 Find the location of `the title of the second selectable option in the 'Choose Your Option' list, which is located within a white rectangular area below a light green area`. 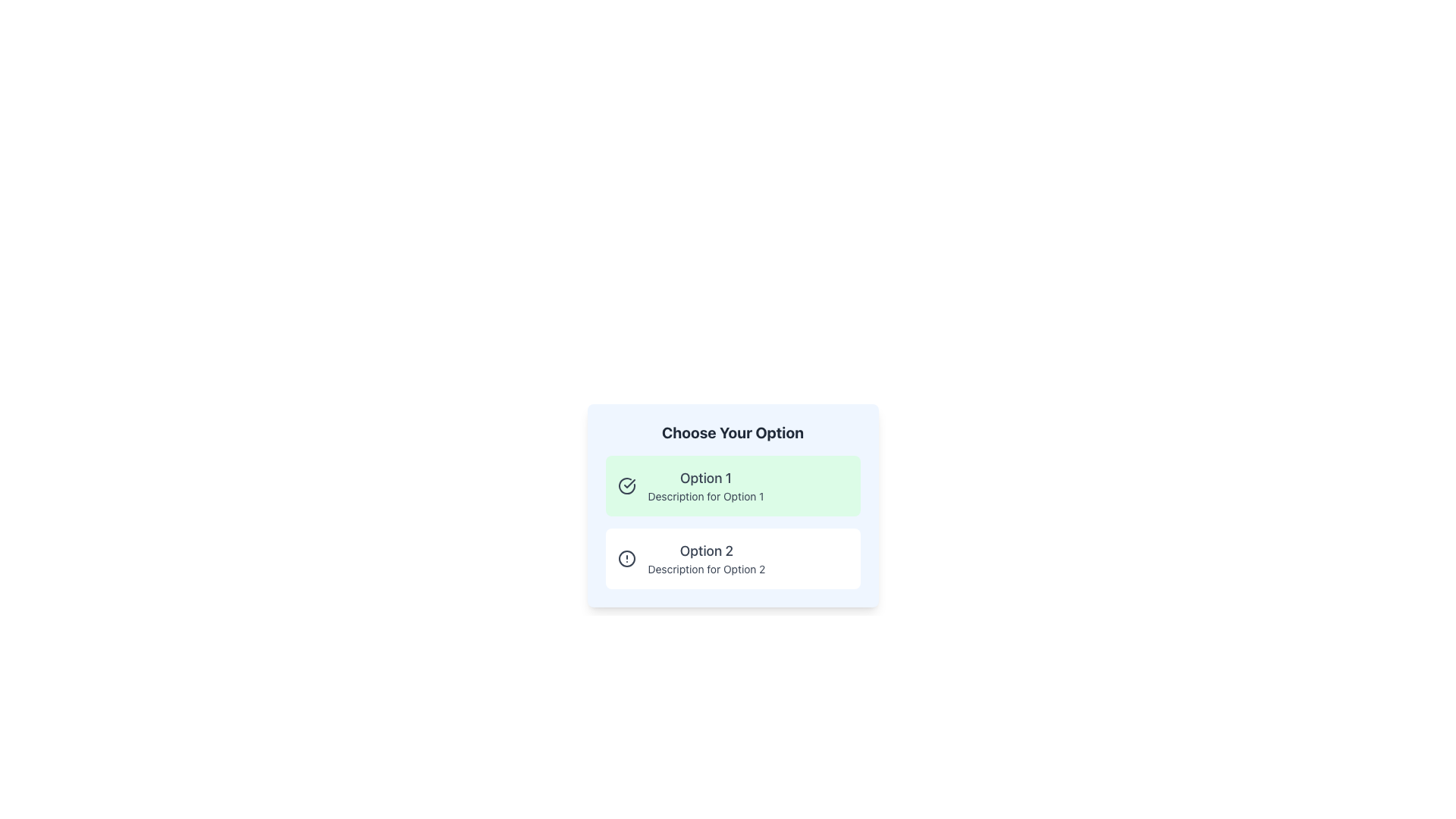

the title of the second selectable option in the 'Choose Your Option' list, which is located within a white rectangular area below a light green area is located at coordinates (705, 551).